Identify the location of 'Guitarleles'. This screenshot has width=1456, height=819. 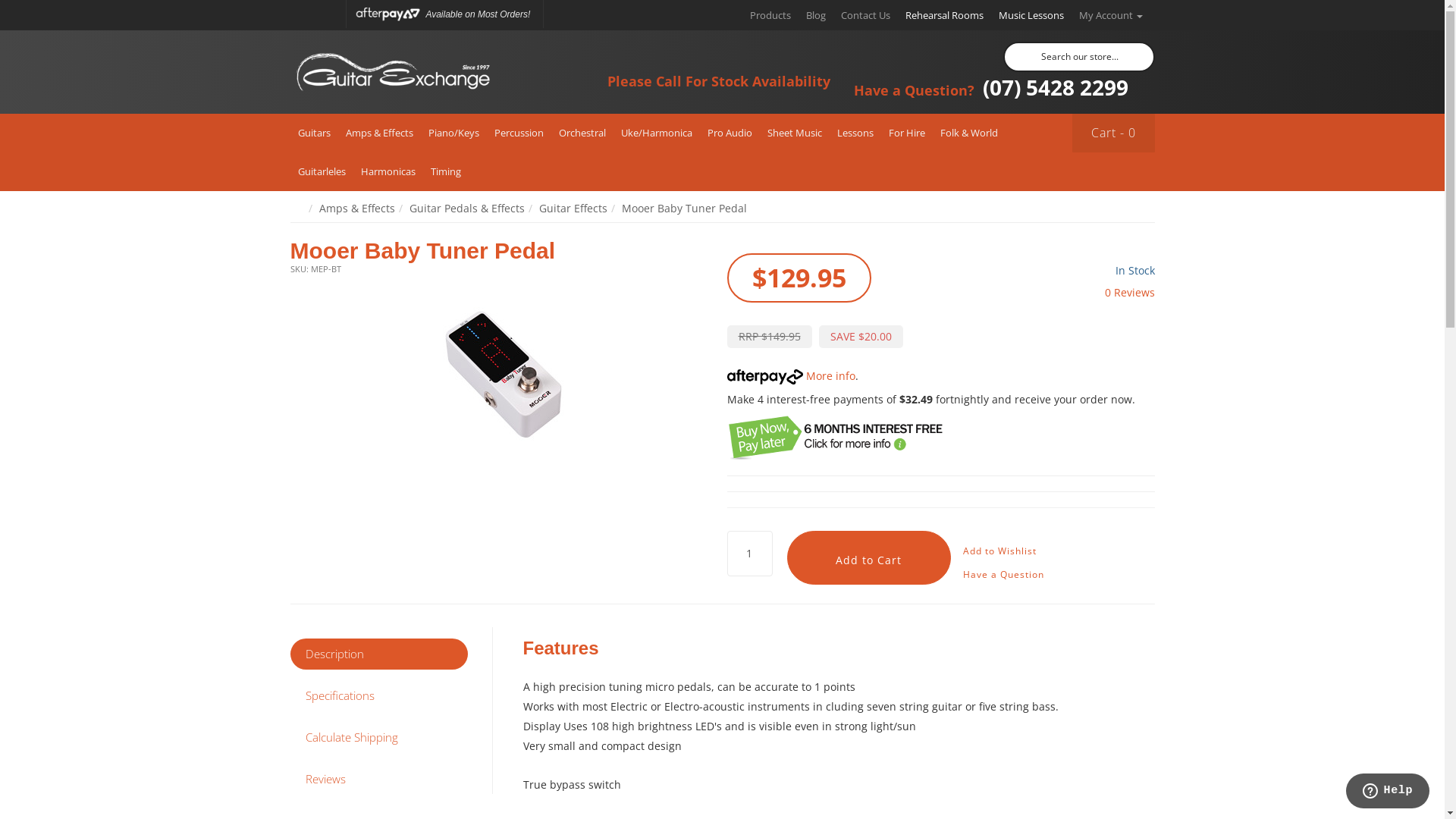
(290, 171).